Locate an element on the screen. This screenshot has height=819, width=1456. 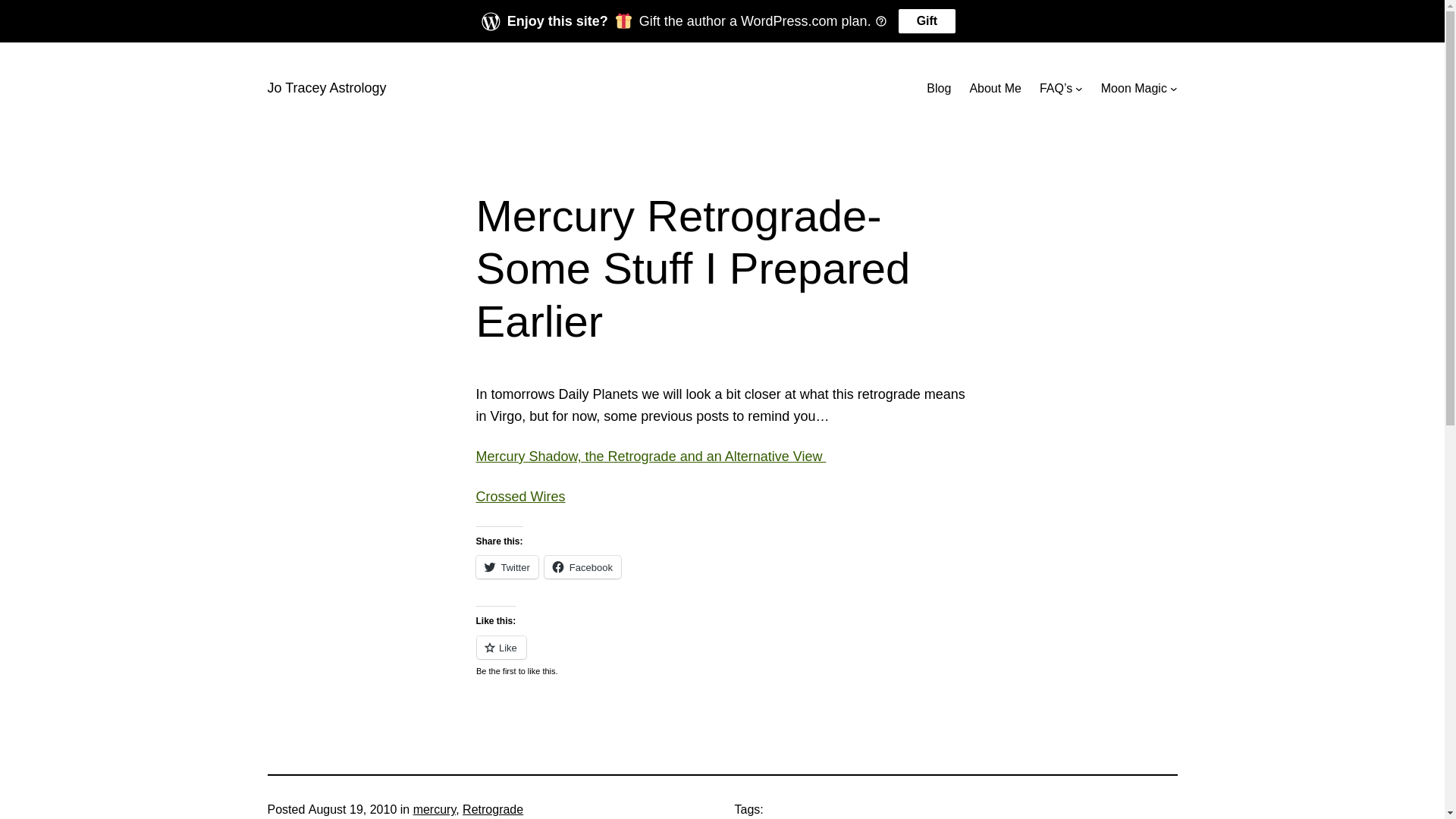
'Blog' is located at coordinates (938, 88).